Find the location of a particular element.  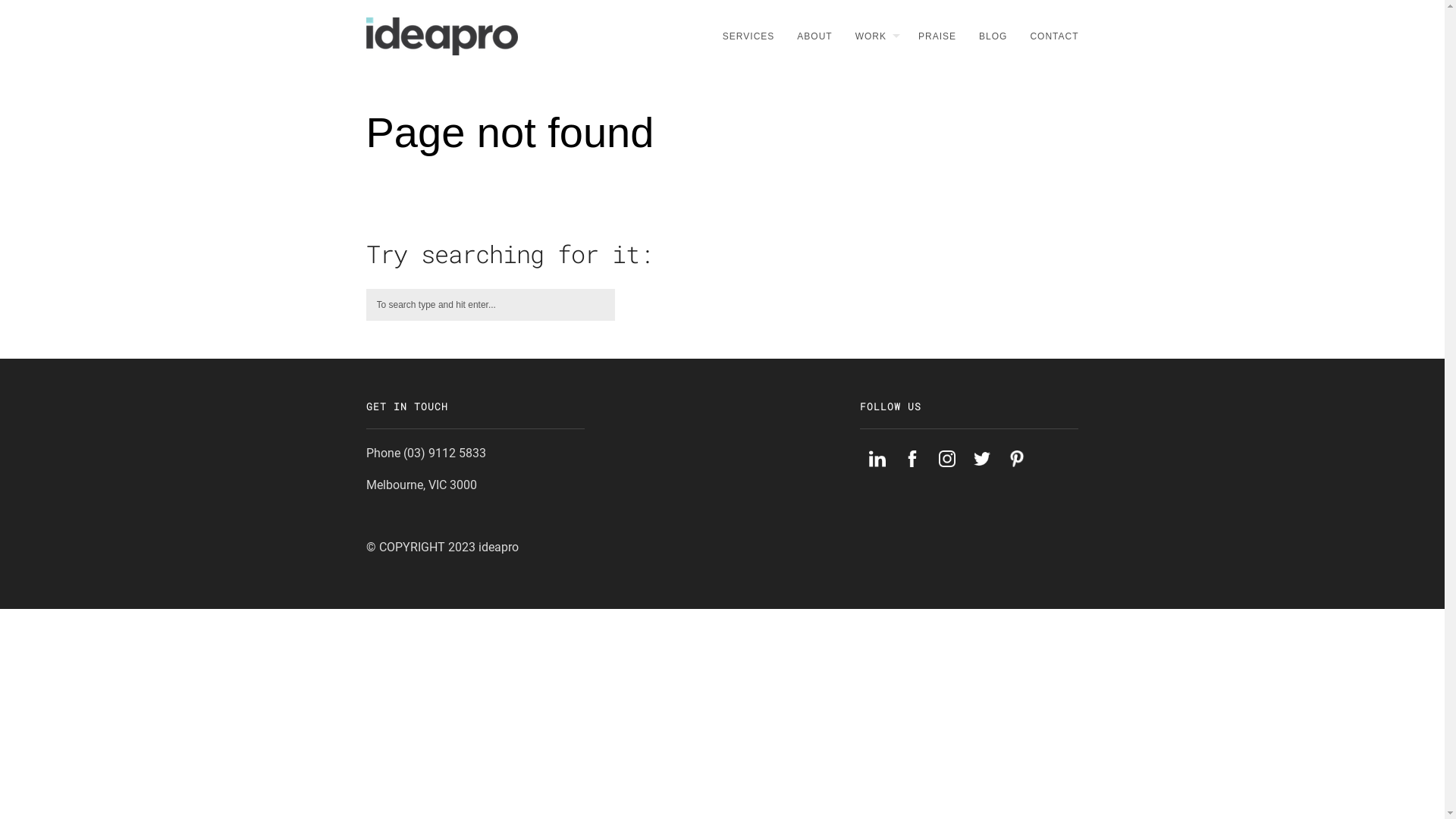

'Pinterest' is located at coordinates (1008, 458).